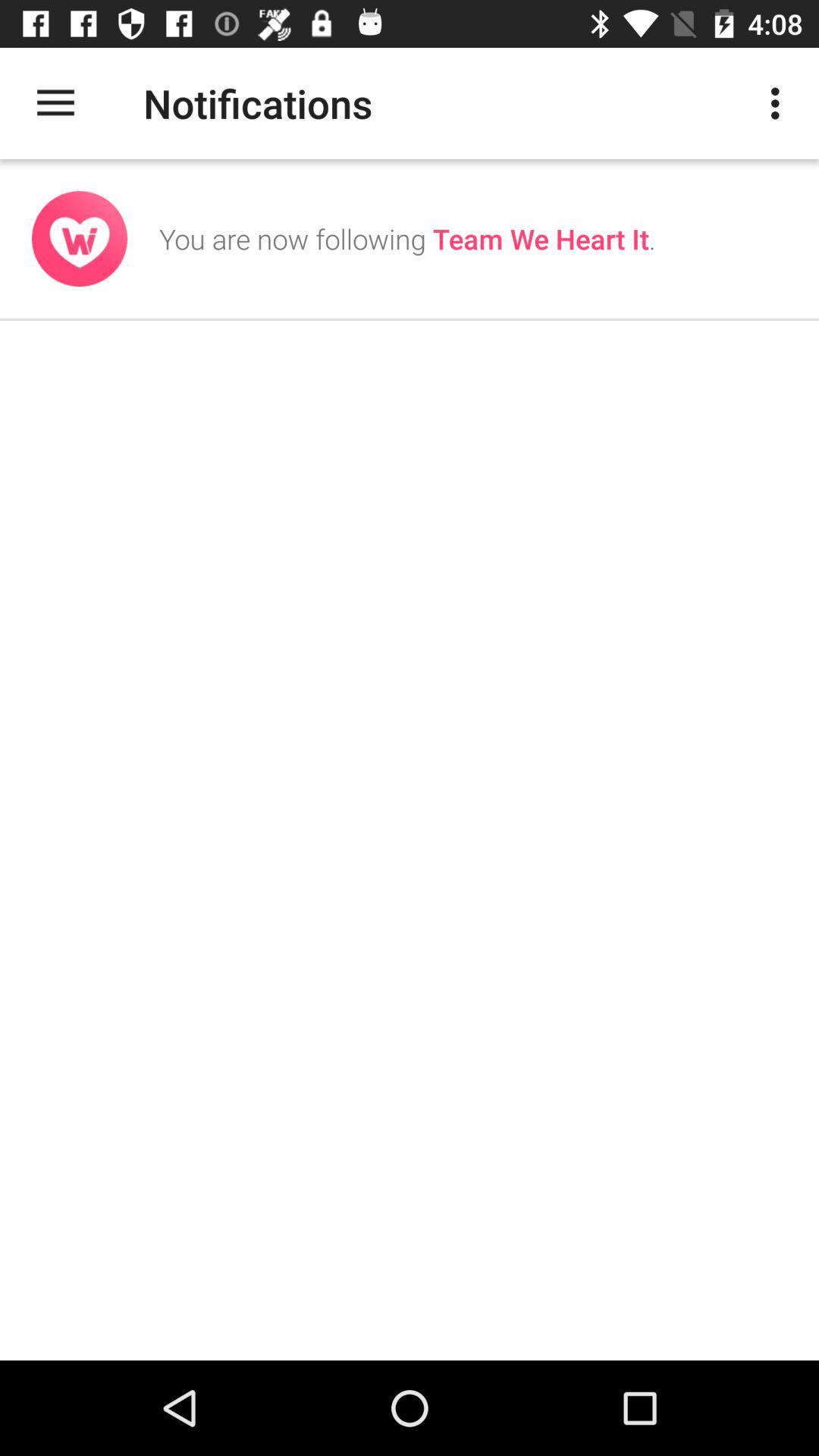 The image size is (819, 1456). I want to click on the icon at the top right corner, so click(779, 102).